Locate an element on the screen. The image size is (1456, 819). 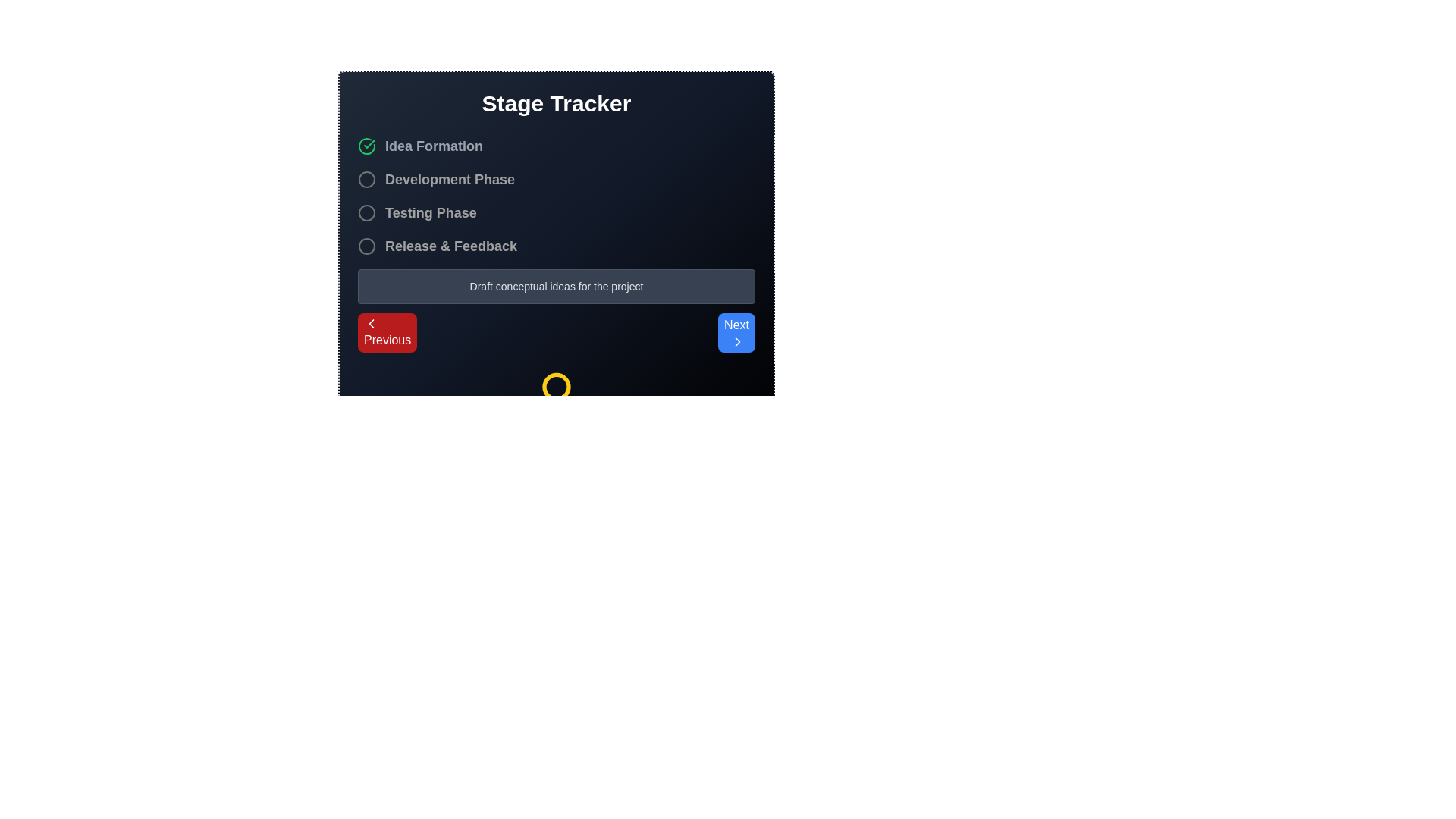
the 'Development Phase' indicator icon, which is the second element in the vertical sequence of status indicators in the stage tracker is located at coordinates (367, 178).